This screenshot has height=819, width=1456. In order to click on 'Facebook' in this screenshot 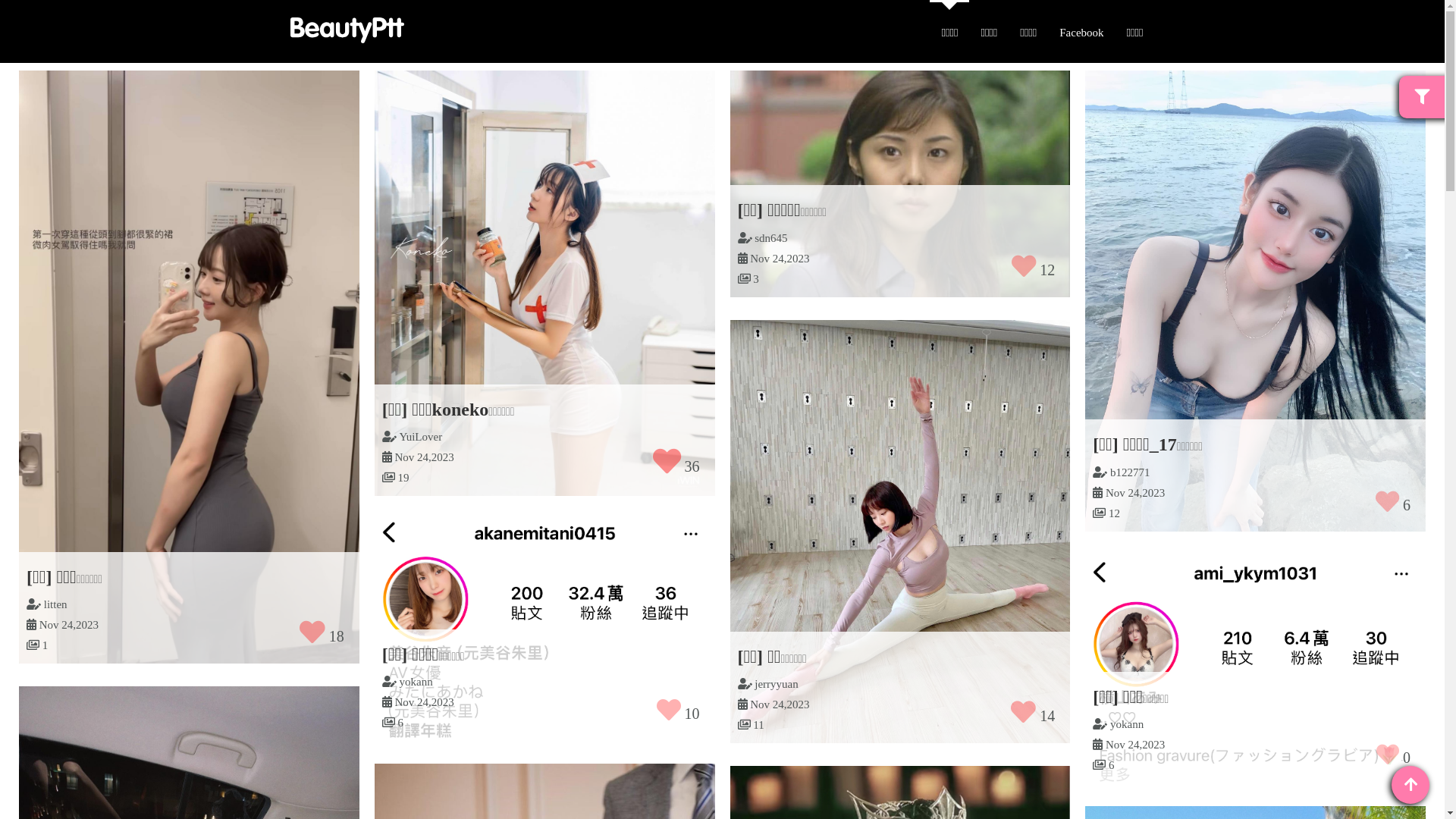, I will do `click(1080, 31)`.